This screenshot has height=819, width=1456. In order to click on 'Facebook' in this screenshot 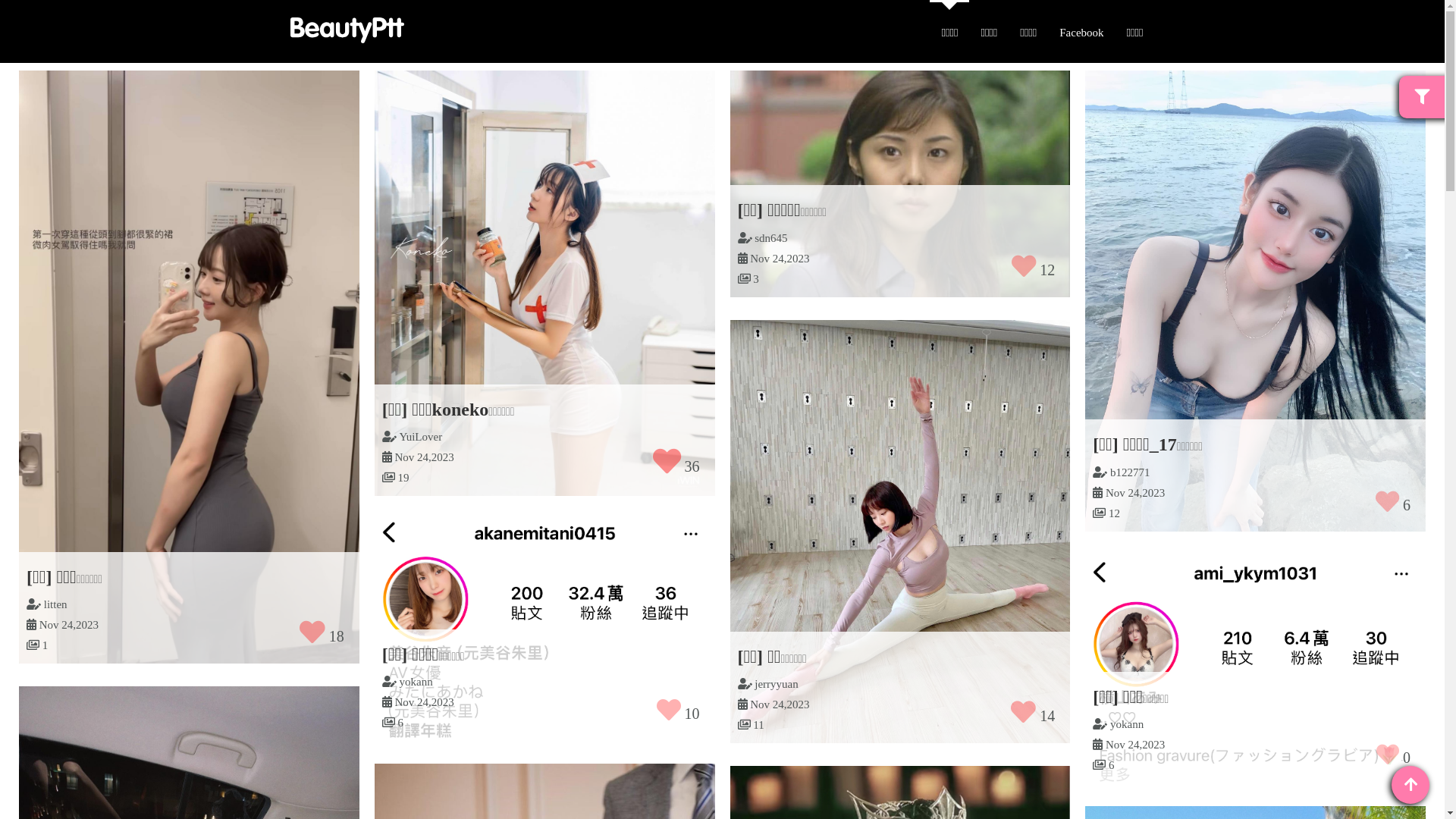, I will do `click(1080, 31)`.